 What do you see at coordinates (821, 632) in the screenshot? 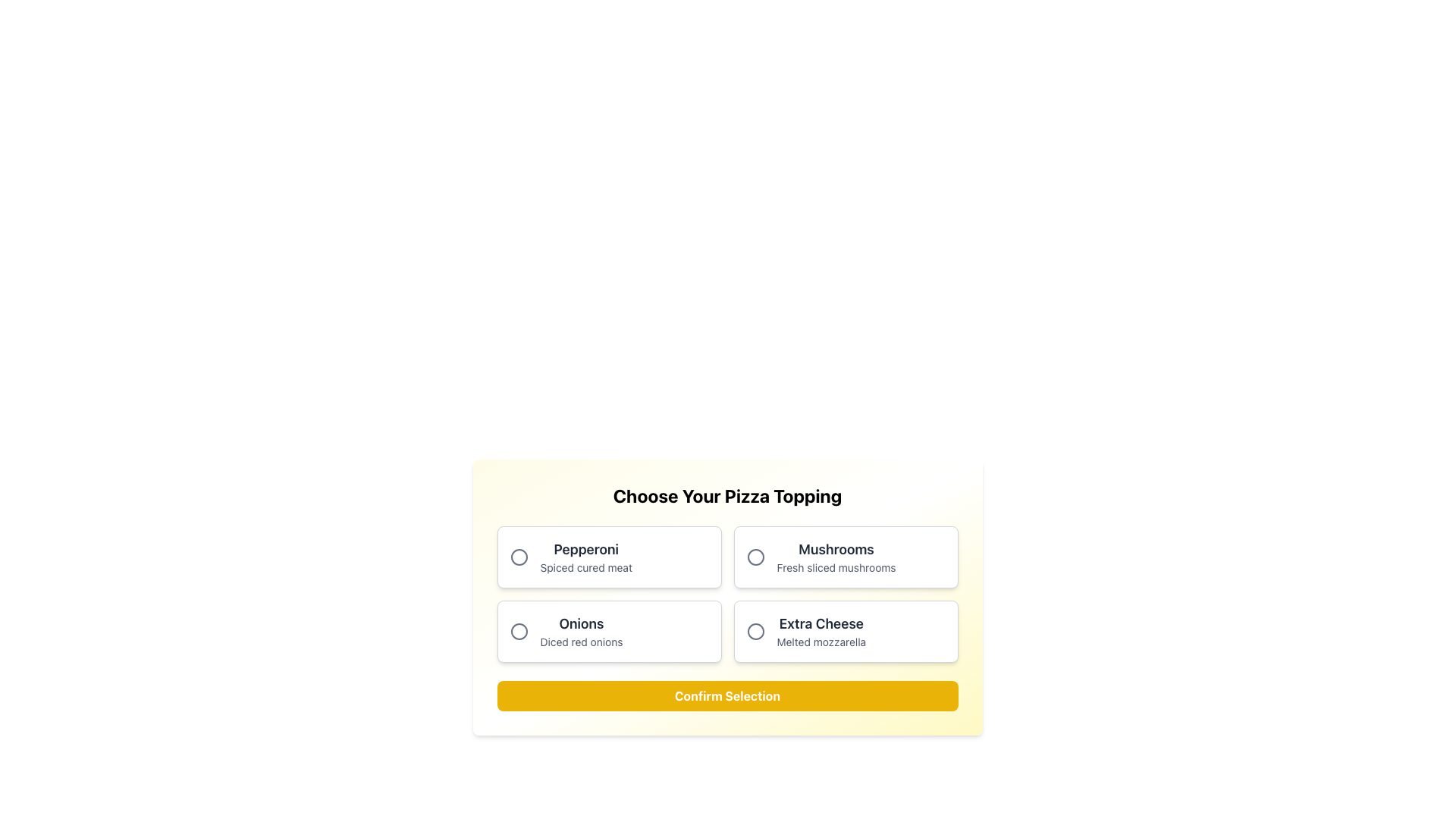
I see `the 'Extra Cheese' text label, which consists of the main text 'Extra Cheese' in bold and larger font, and the secondary description 'Melted mozzarella' in a smaller font, located in the lower-right quarter of the pizza toppings selection grid` at bounding box center [821, 632].